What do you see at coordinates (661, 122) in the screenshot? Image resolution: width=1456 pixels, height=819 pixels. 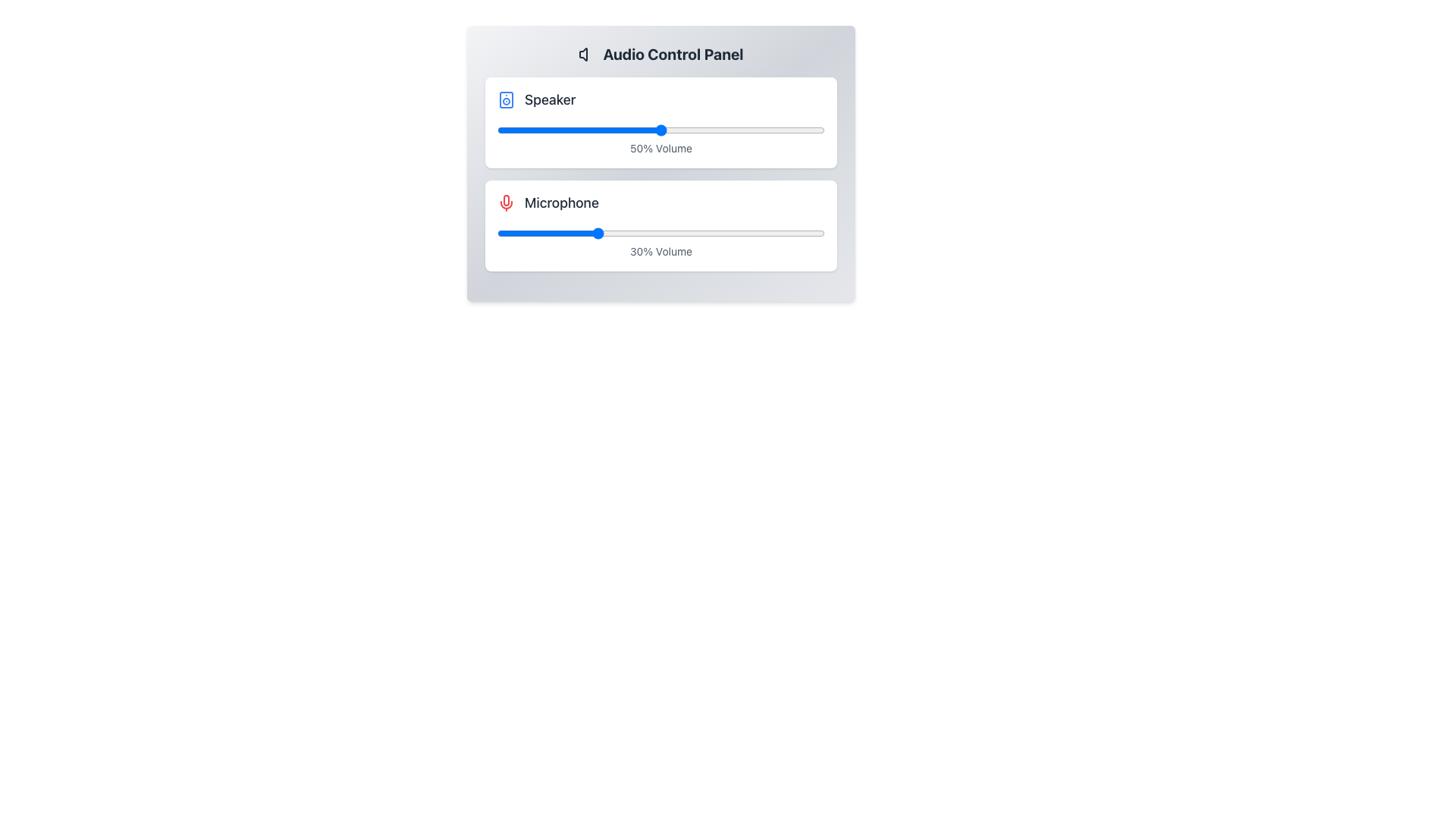 I see `the slider in the 'Audio Control Panel' which indicates 50% volume` at bounding box center [661, 122].